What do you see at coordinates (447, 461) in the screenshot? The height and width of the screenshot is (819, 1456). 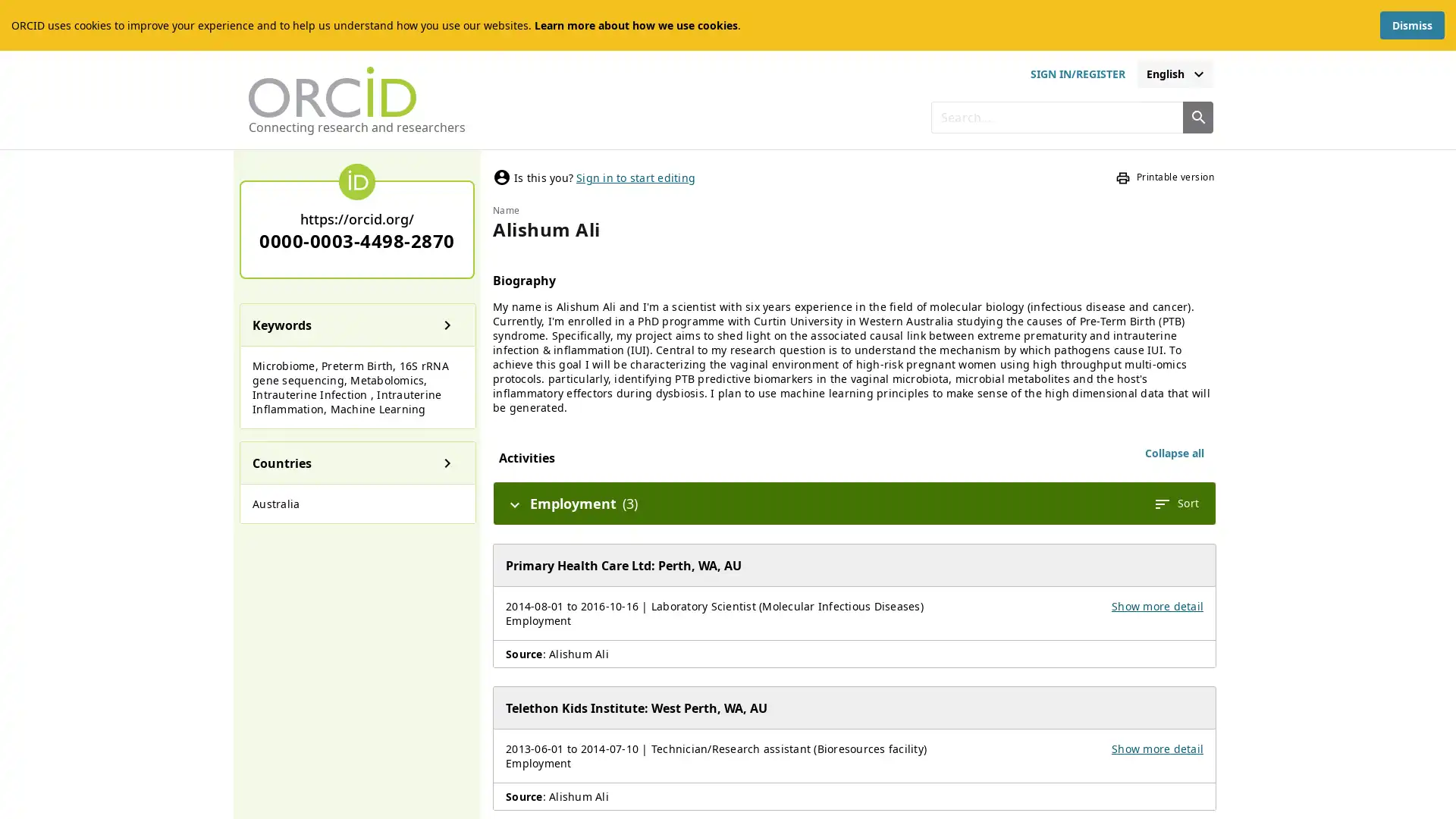 I see `Show details` at bounding box center [447, 461].